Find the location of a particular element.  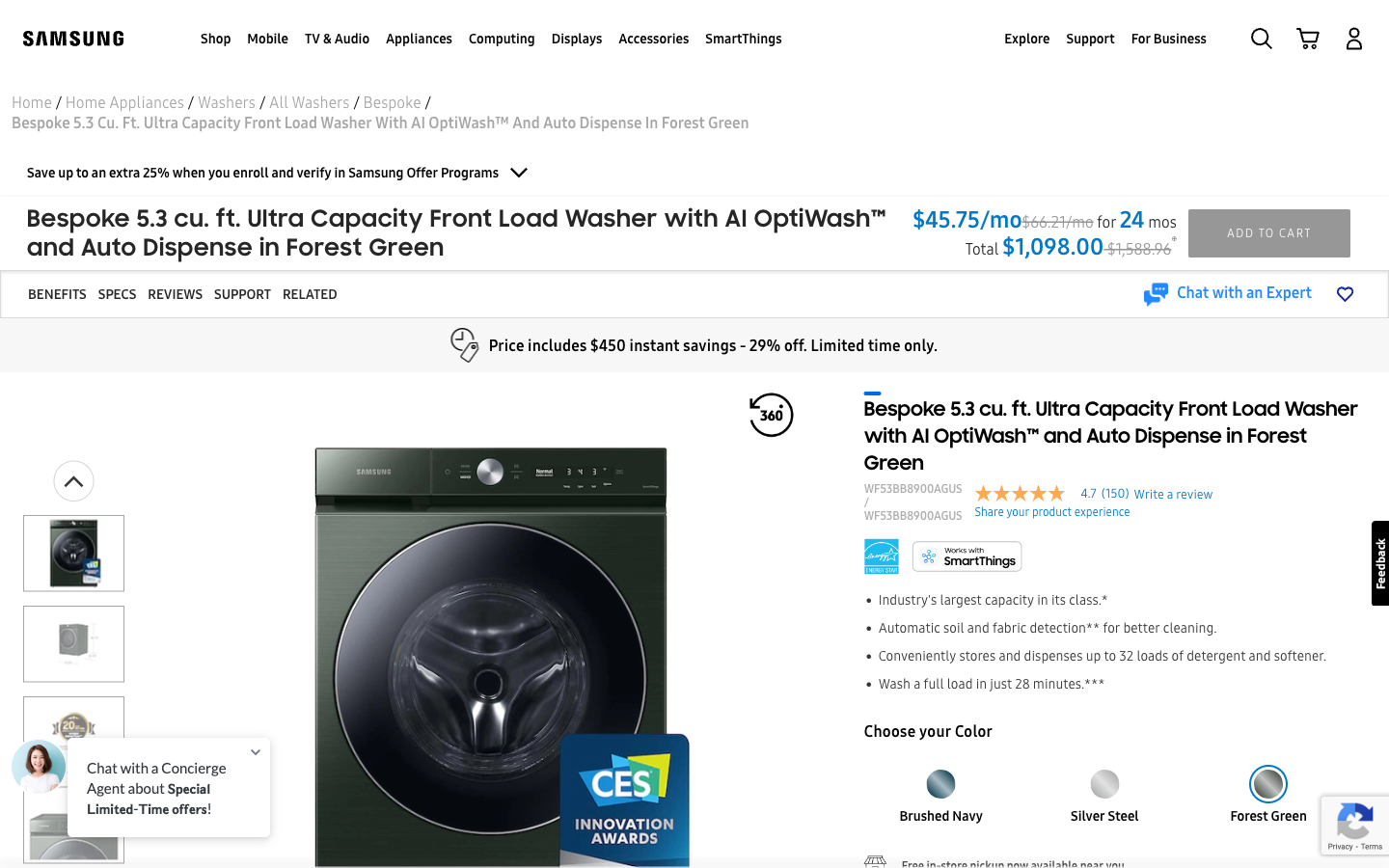

Go to the beginning of the photo gallery and enlarge the first image is located at coordinates (73, 479).